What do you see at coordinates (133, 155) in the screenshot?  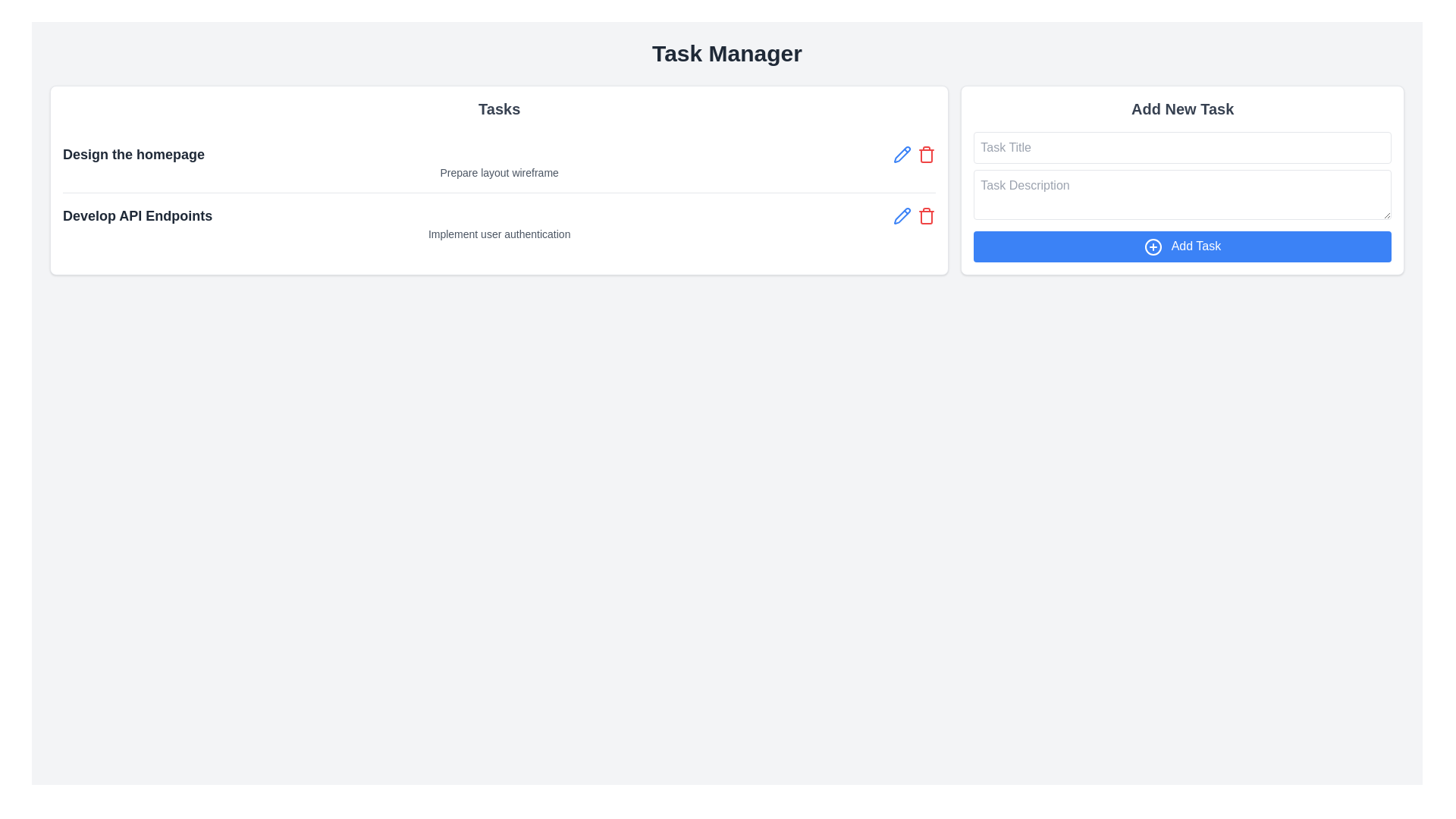 I see `the bold, dark-colored static text that reads 'Design the homepage', which is the first item in a list of tasks` at bounding box center [133, 155].